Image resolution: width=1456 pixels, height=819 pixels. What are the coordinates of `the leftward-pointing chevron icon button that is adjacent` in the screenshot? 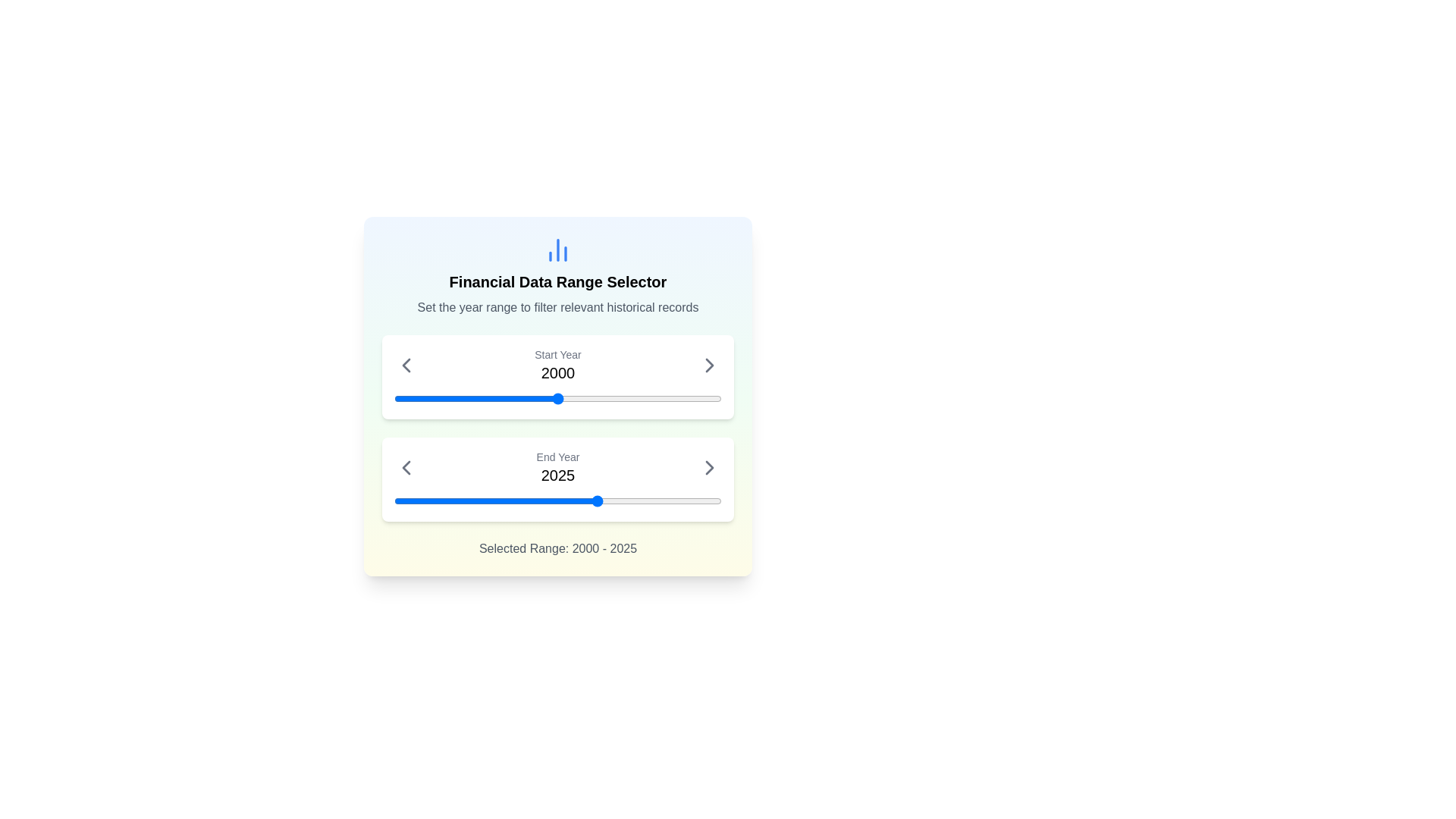 It's located at (406, 366).